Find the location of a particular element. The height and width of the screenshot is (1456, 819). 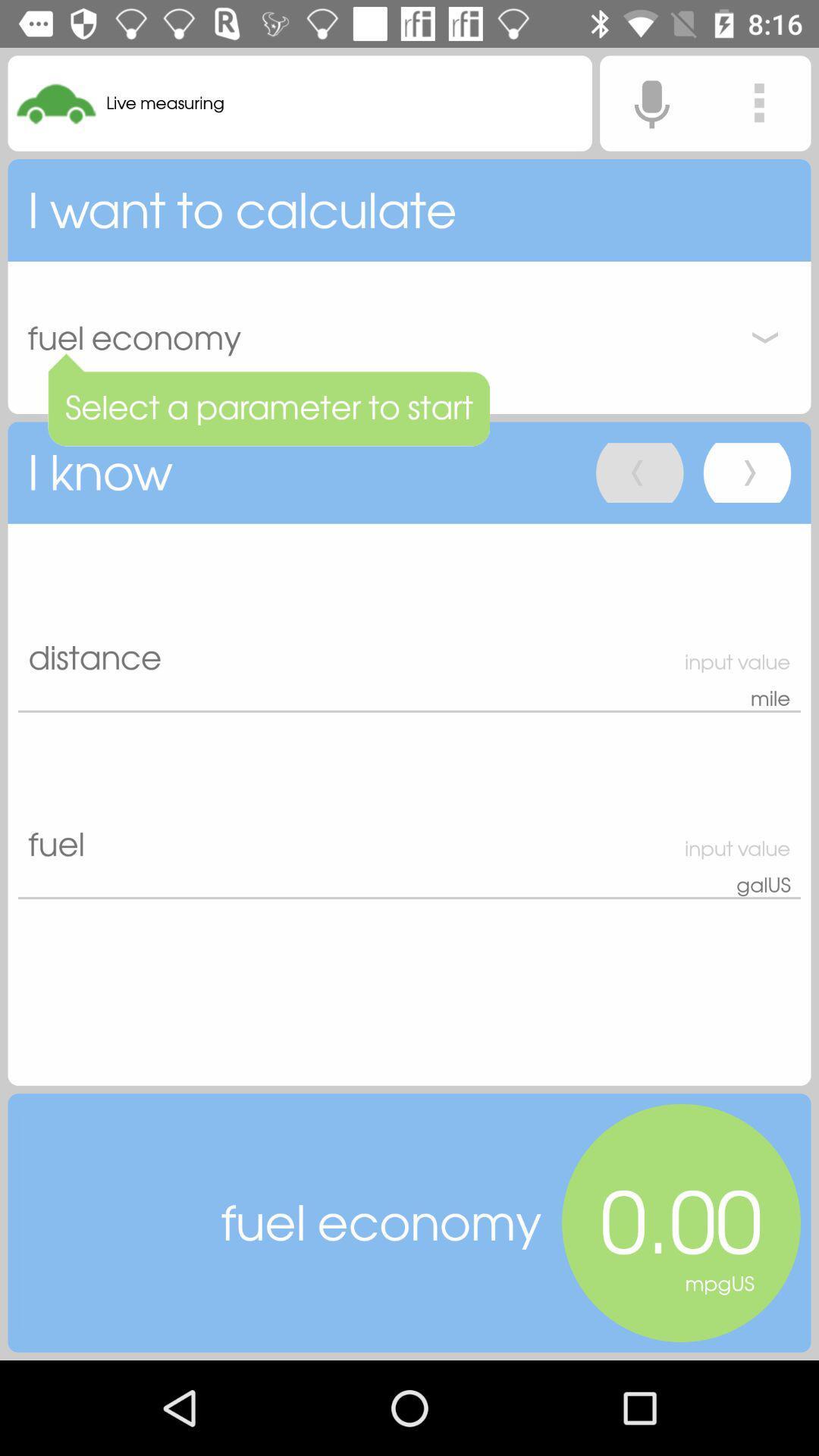

share the article is located at coordinates (759, 102).